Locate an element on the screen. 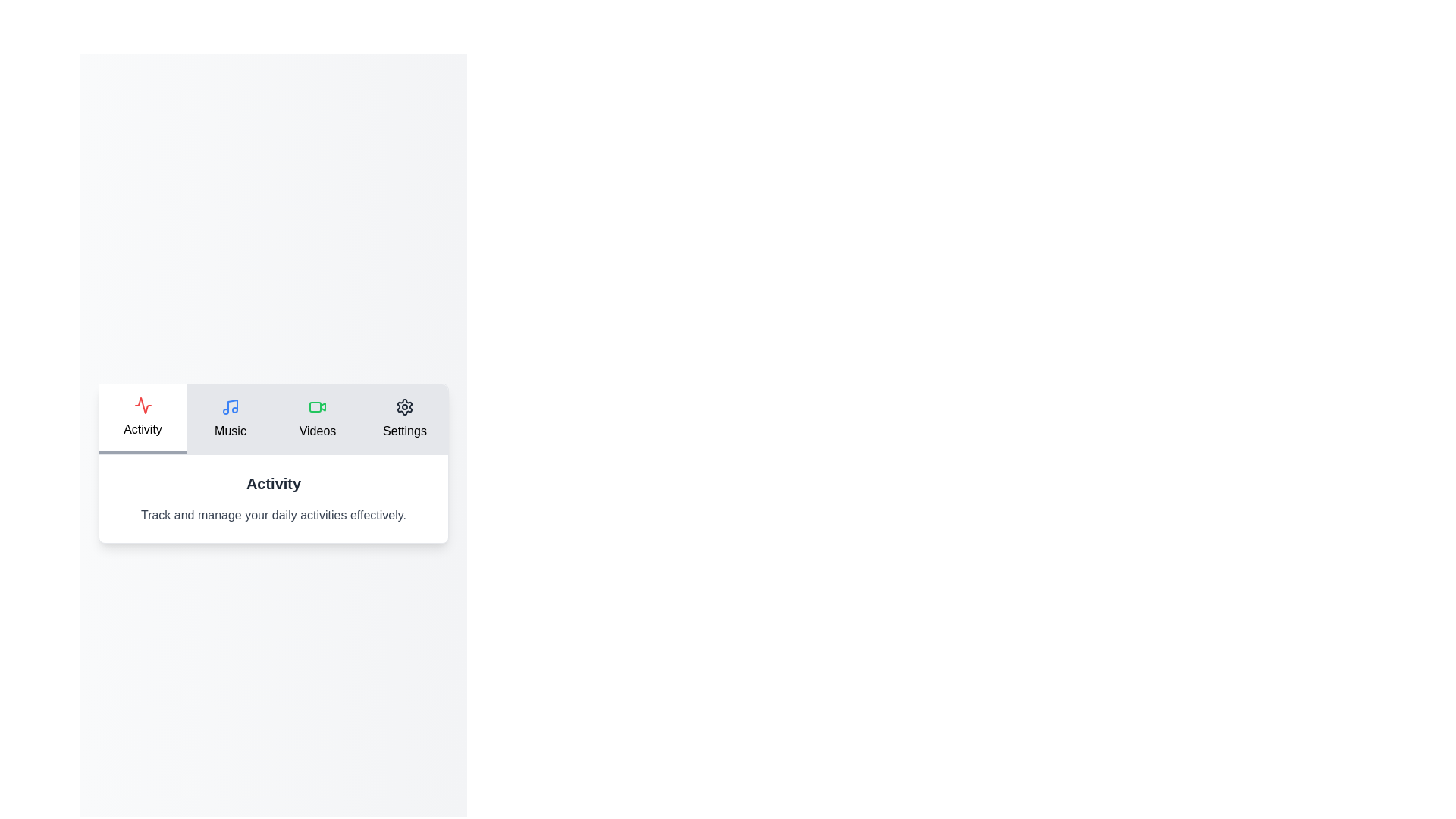 The width and height of the screenshot is (1456, 819). the tab Music to display its associated content is located at coordinates (229, 419).